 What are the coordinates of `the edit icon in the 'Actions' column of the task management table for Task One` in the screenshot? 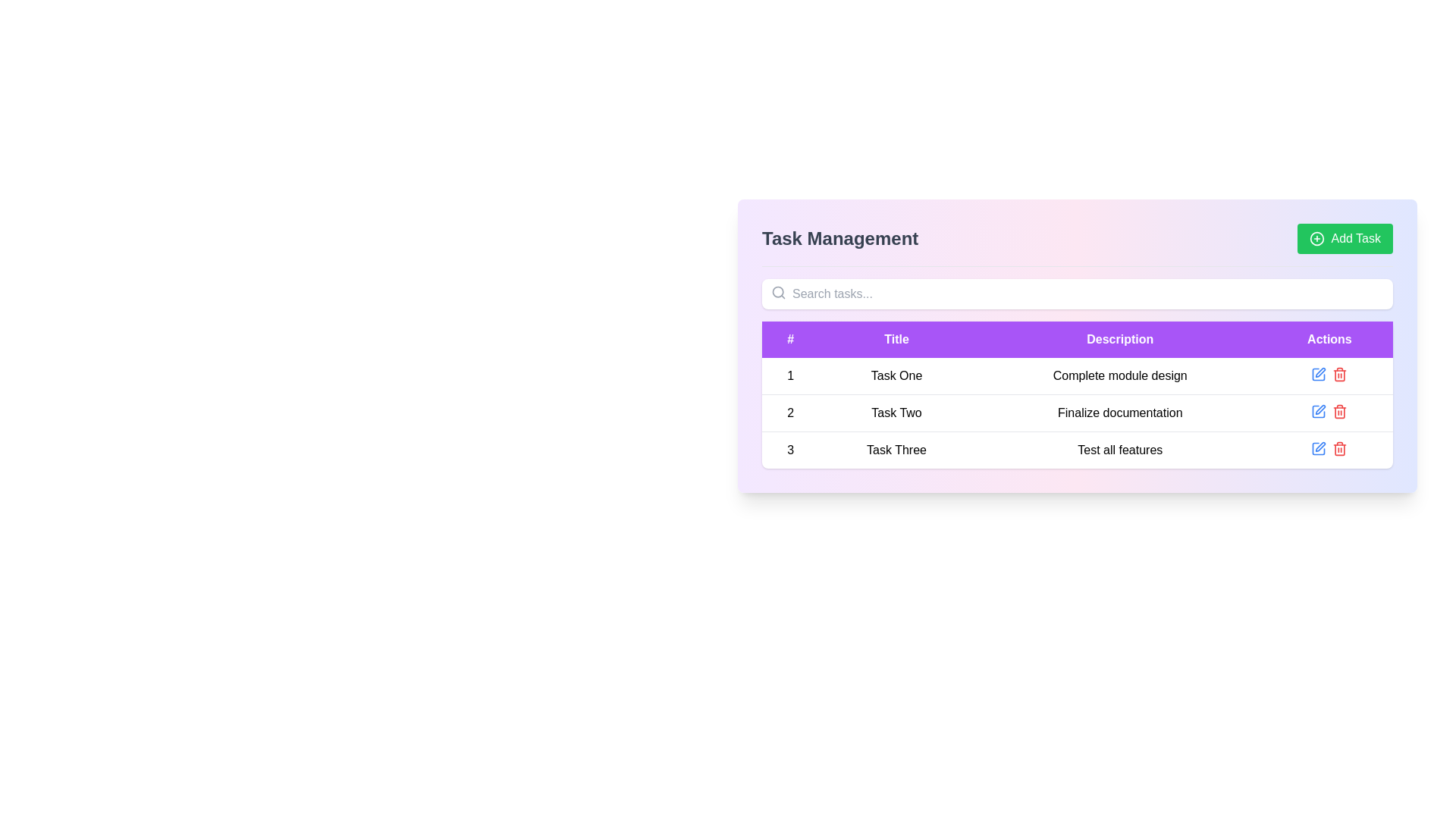 It's located at (1320, 372).